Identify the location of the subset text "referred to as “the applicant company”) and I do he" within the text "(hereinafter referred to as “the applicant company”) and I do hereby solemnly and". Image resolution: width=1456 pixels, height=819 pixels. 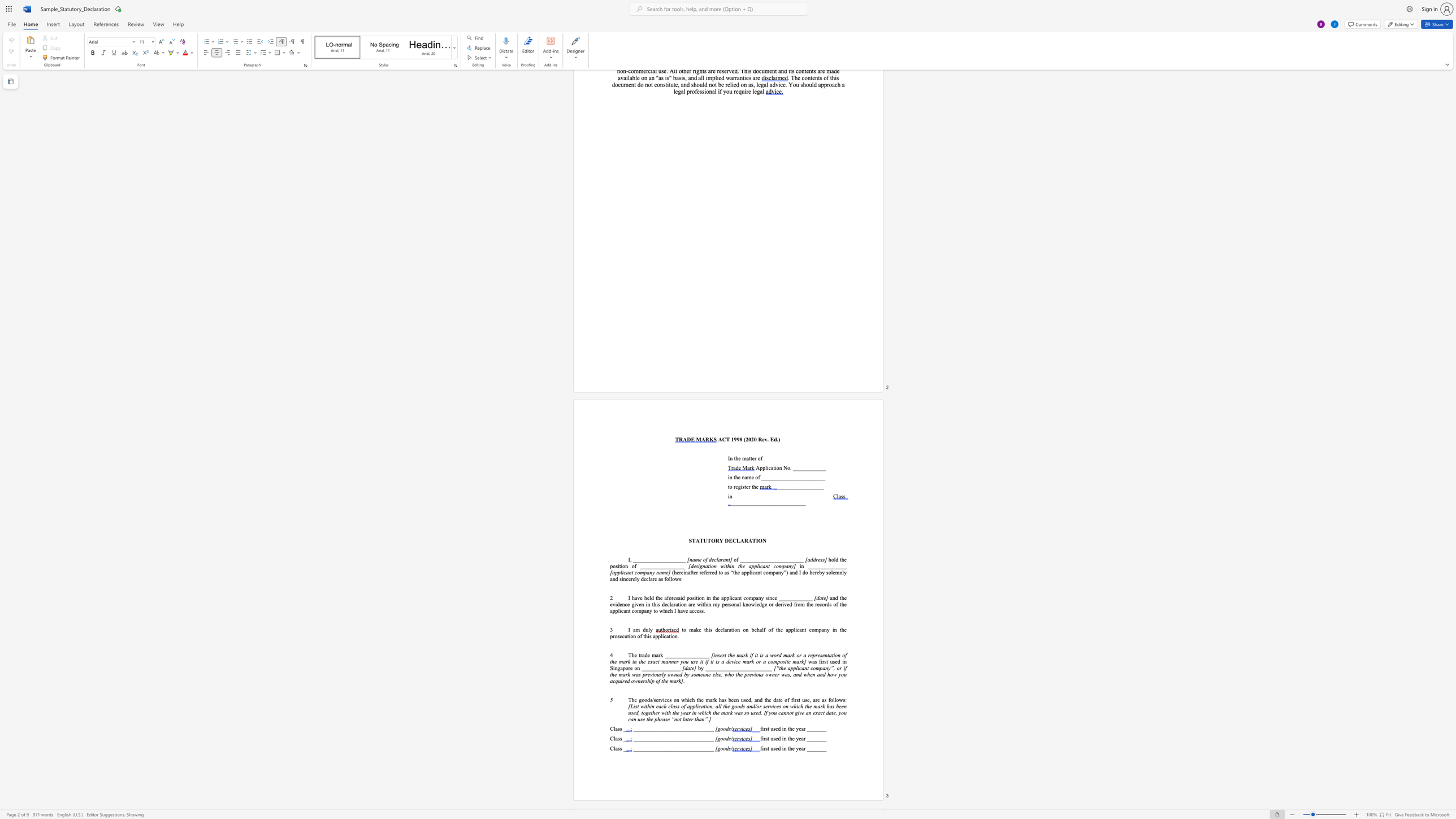
(699, 572).